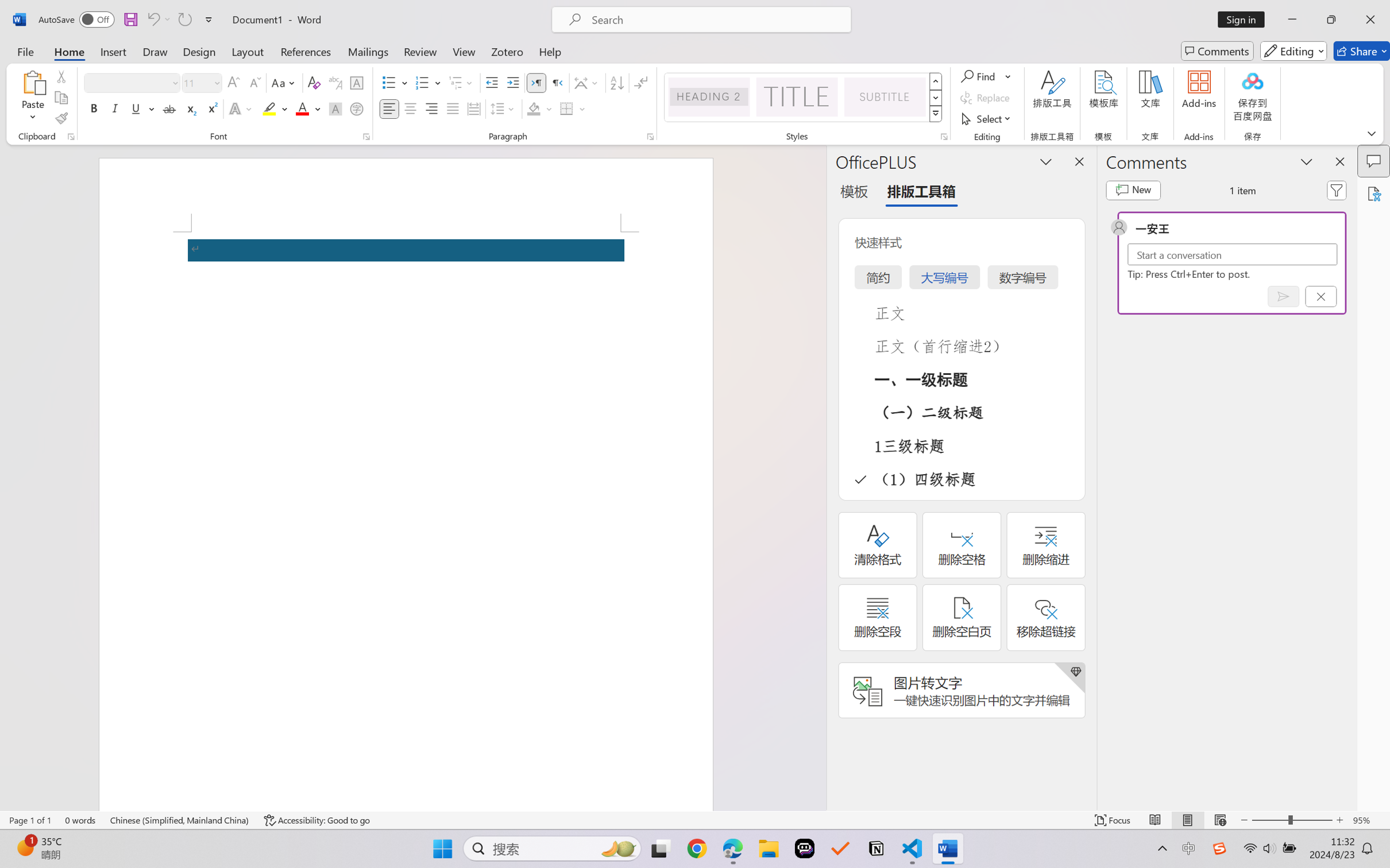 The width and height of the screenshot is (1390, 868). Describe the element at coordinates (1337, 190) in the screenshot. I see `'Filter'` at that location.